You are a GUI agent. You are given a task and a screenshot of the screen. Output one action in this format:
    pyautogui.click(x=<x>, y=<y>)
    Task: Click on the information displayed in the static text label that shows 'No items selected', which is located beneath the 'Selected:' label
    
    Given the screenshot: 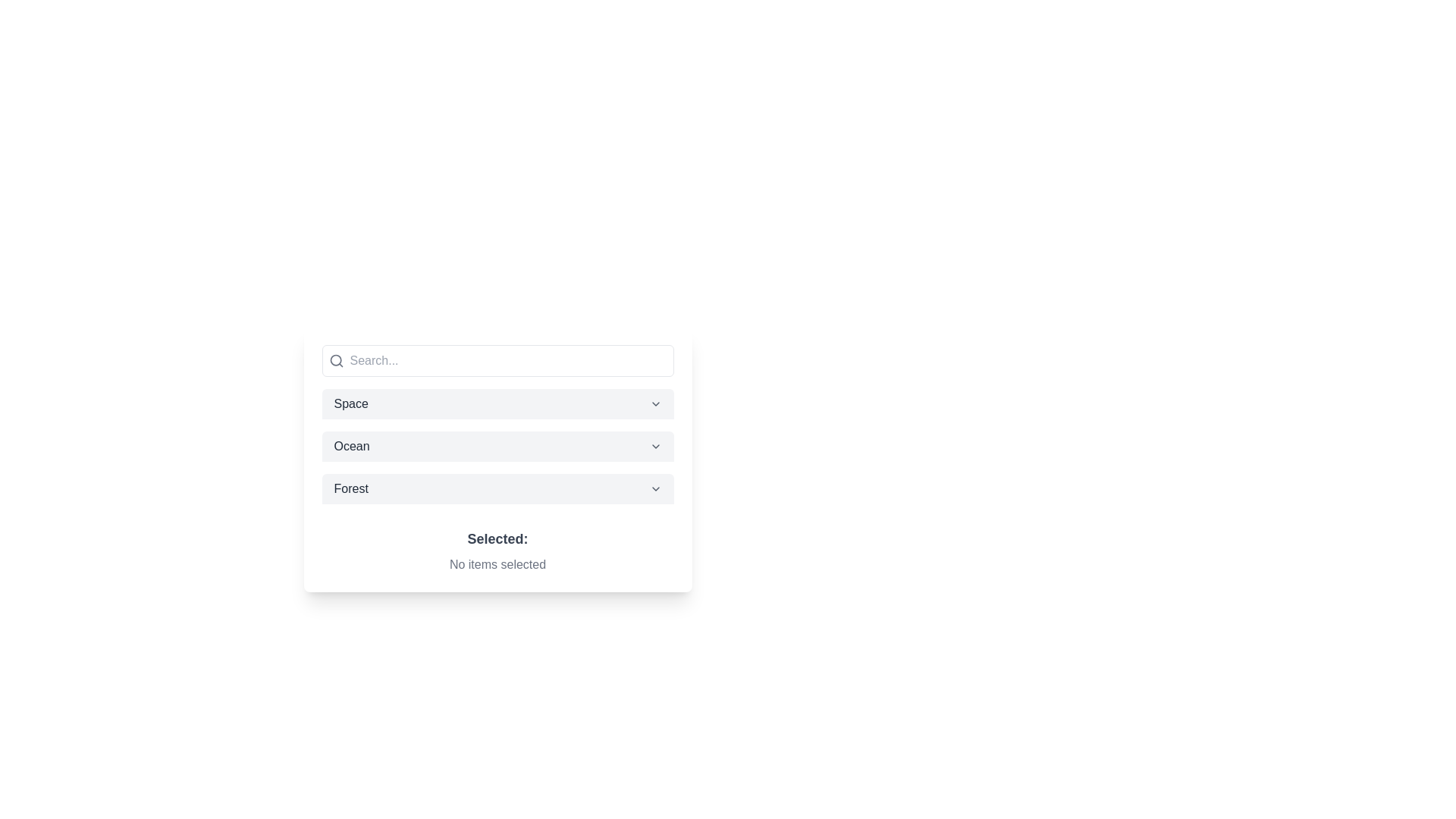 What is the action you would take?
    pyautogui.click(x=497, y=564)
    